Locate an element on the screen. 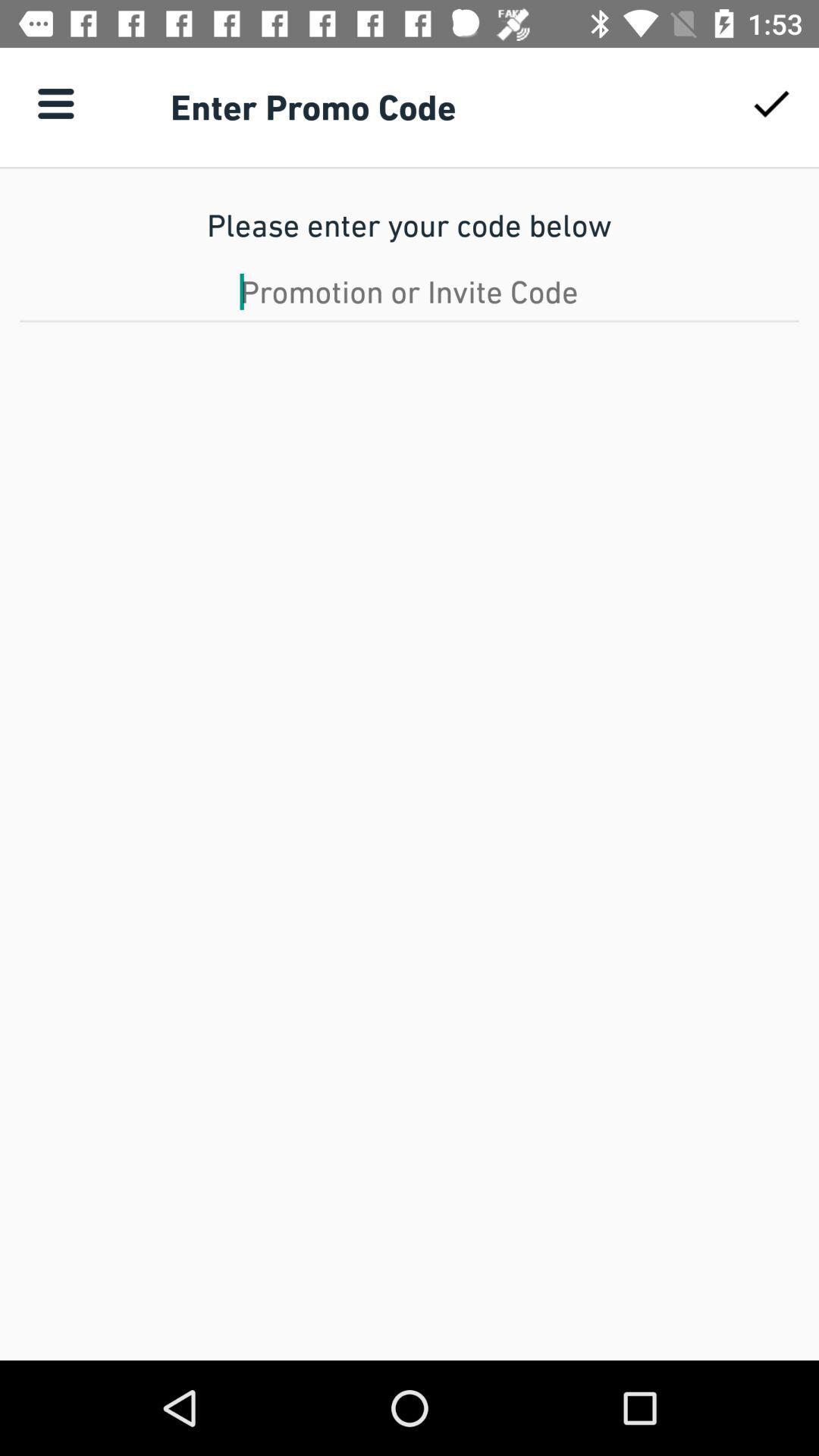 The image size is (819, 1456). a code here for a discount is located at coordinates (409, 291).